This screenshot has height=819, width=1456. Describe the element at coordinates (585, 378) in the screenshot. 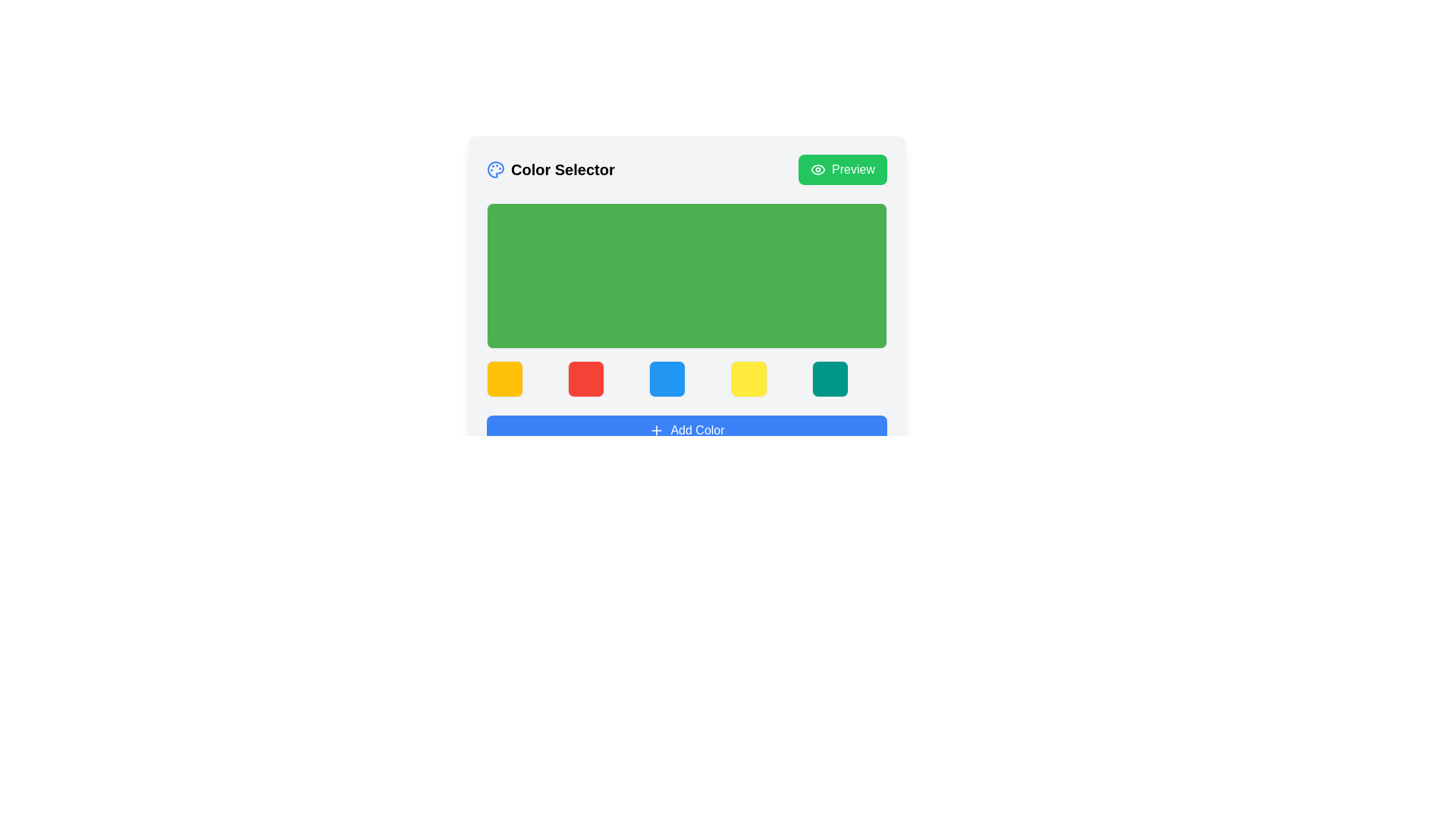

I see `the second color option square in the color selector interface` at that location.